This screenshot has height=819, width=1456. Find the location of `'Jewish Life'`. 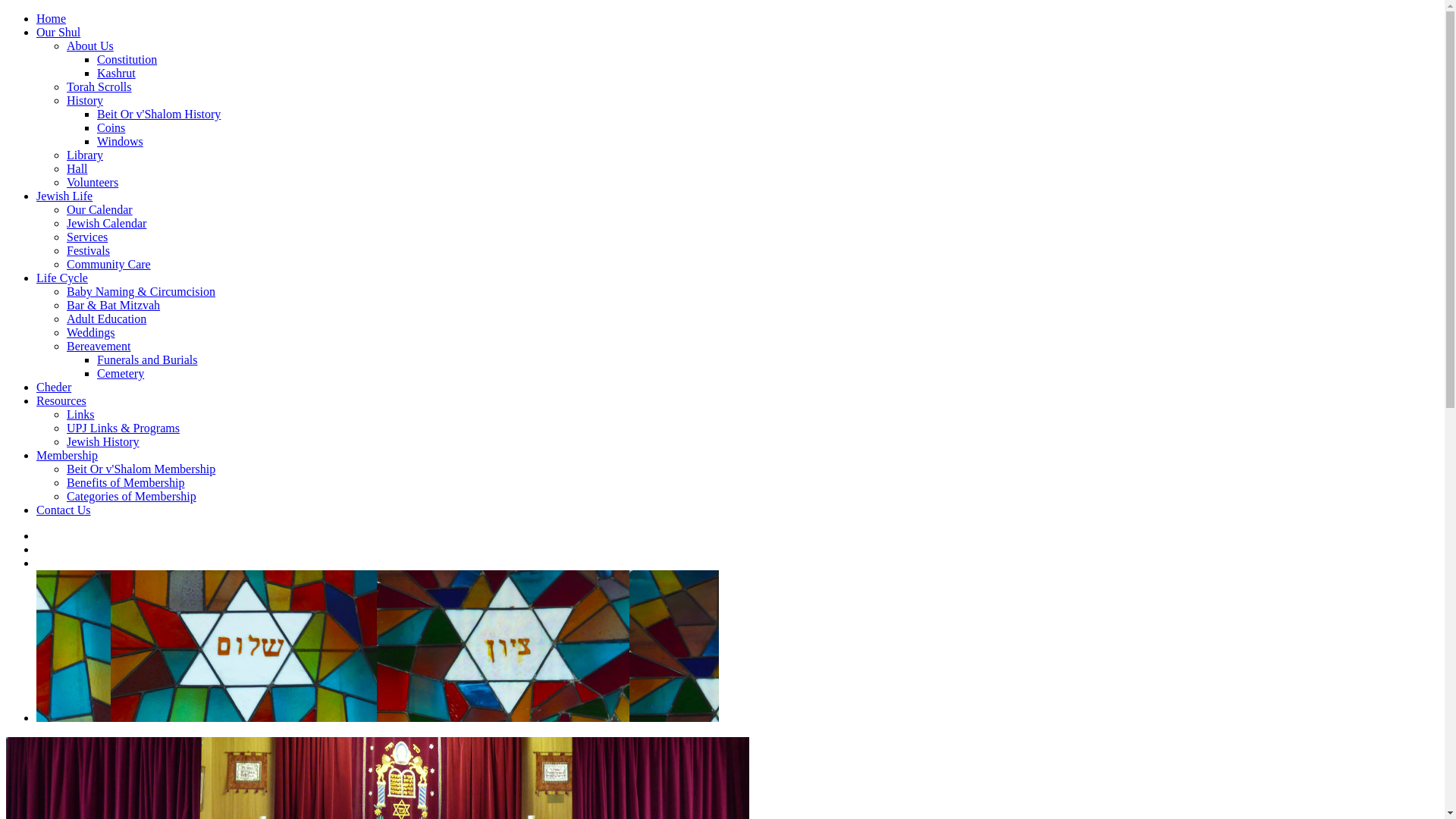

'Jewish Life' is located at coordinates (64, 195).